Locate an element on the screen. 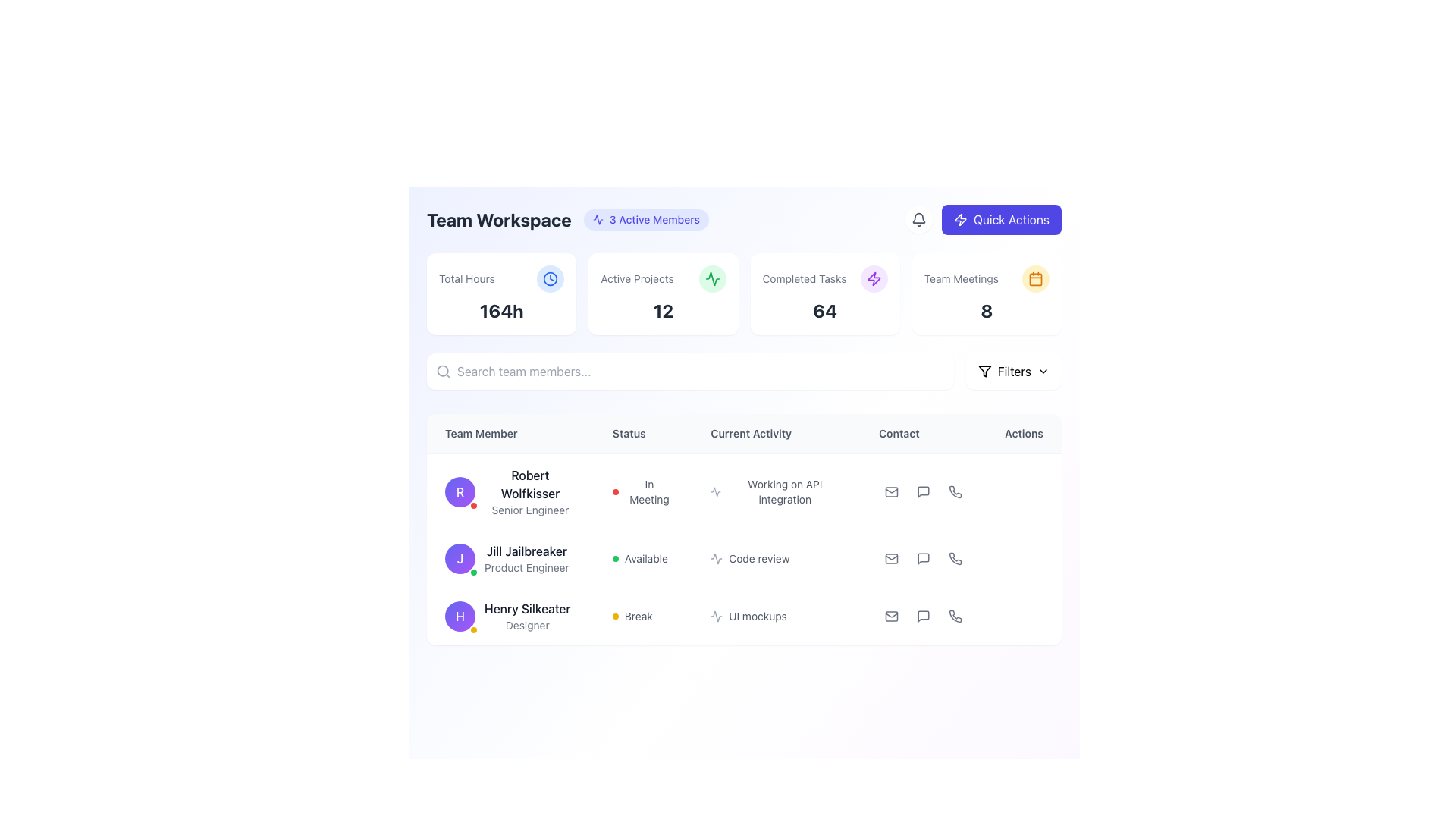  the green waveform icon located within the 'Active Projects' card at the top center of the interface, which features an irregular oscillating line and is the third icon among its siblings is located at coordinates (711, 278).